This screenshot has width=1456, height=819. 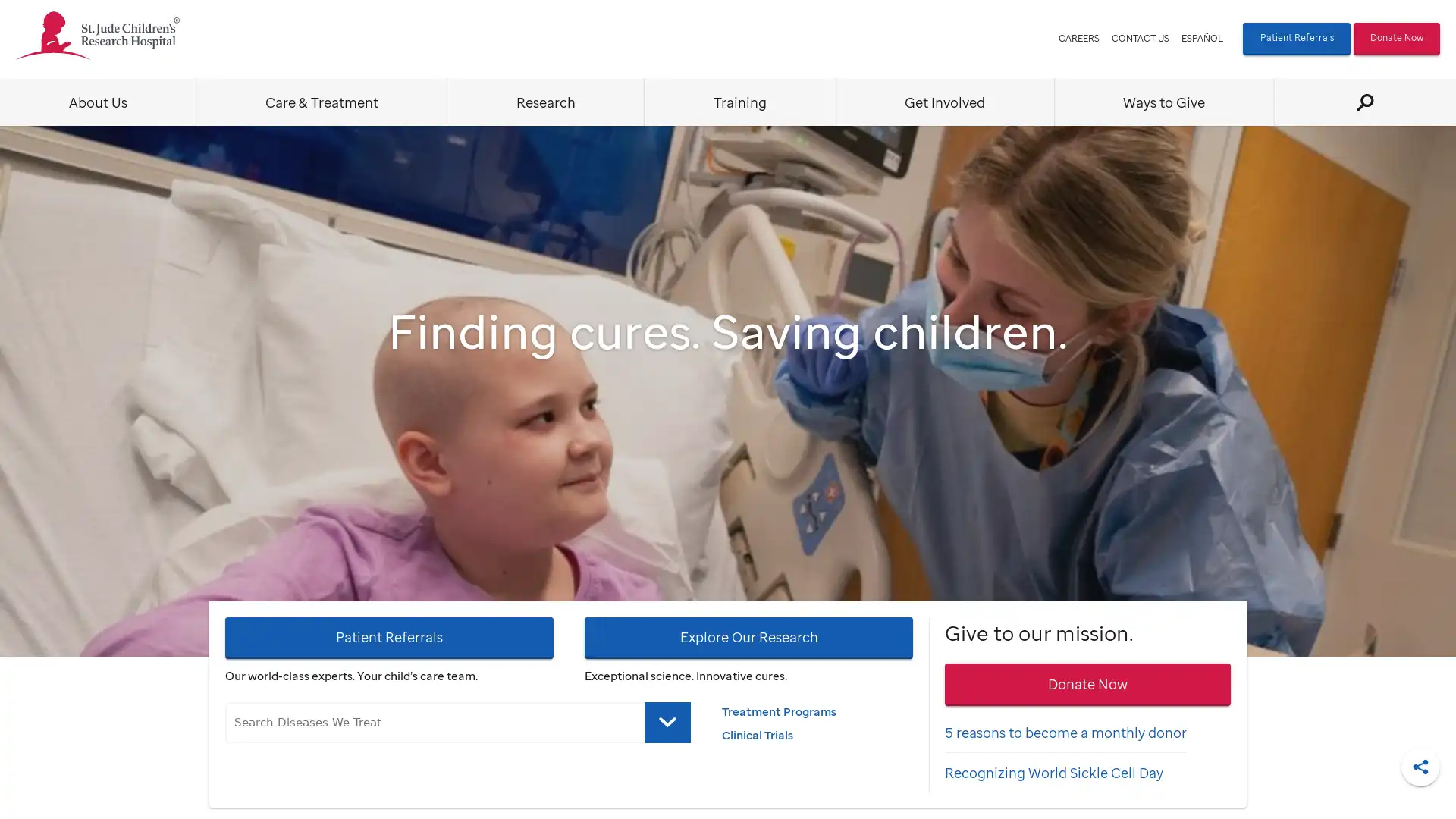 I want to click on Share, so click(x=1420, y=766).